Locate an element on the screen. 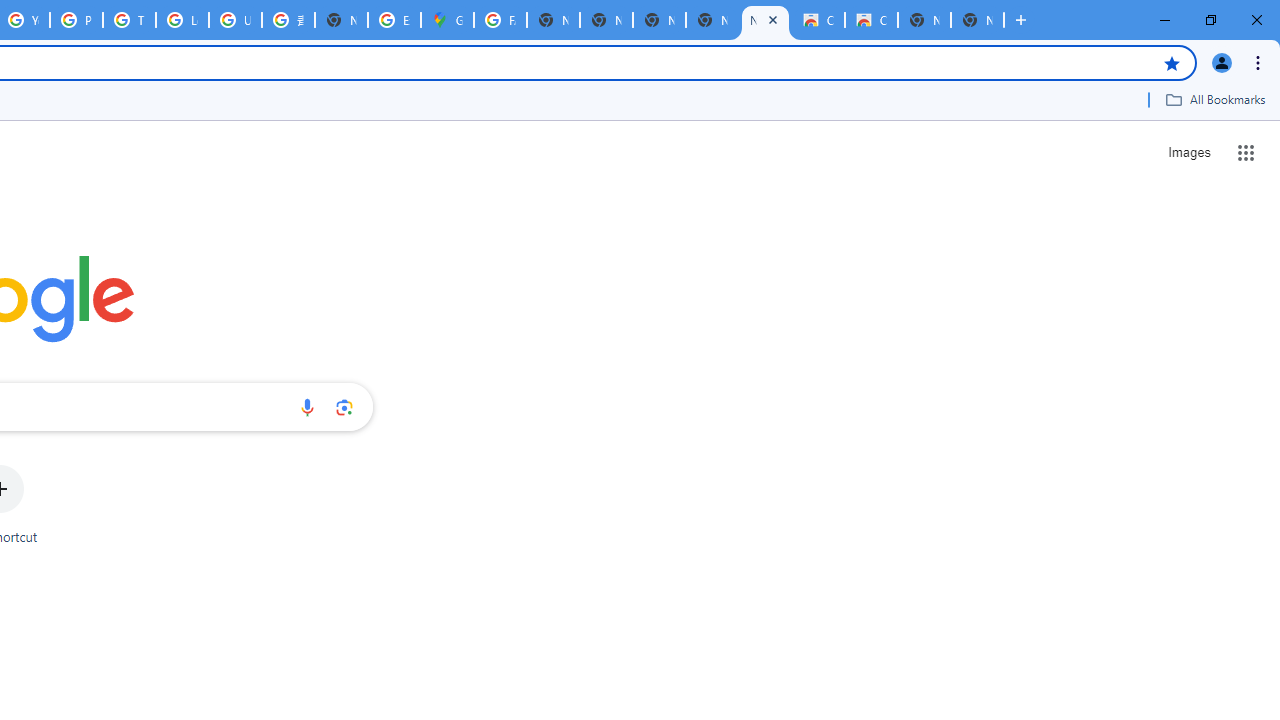  'Tips & tricks for Chrome - Google Chrome Help' is located at coordinates (128, 20).